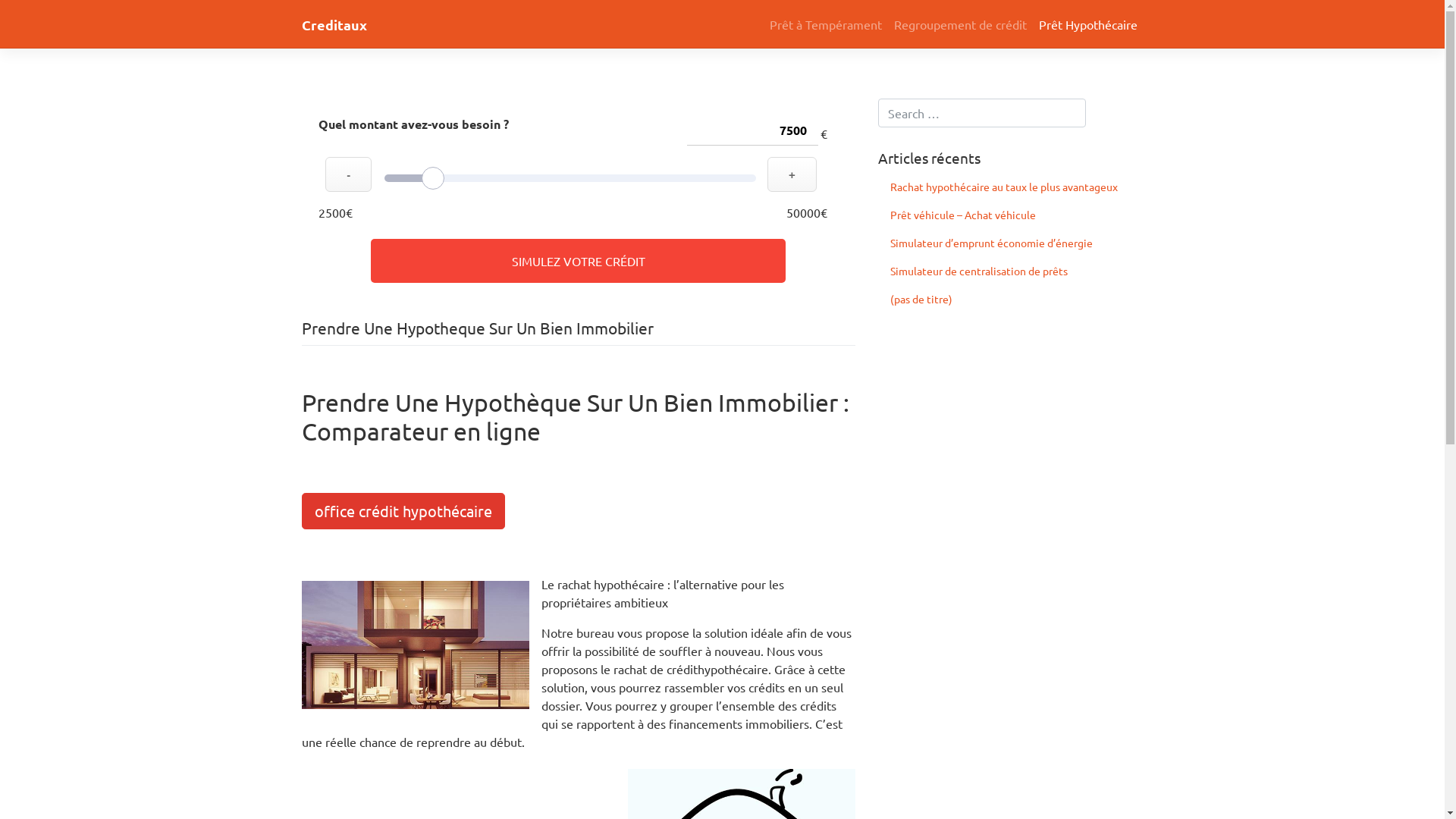 The width and height of the screenshot is (1456, 819). Describe the element at coordinates (767, 174) in the screenshot. I see `'+'` at that location.